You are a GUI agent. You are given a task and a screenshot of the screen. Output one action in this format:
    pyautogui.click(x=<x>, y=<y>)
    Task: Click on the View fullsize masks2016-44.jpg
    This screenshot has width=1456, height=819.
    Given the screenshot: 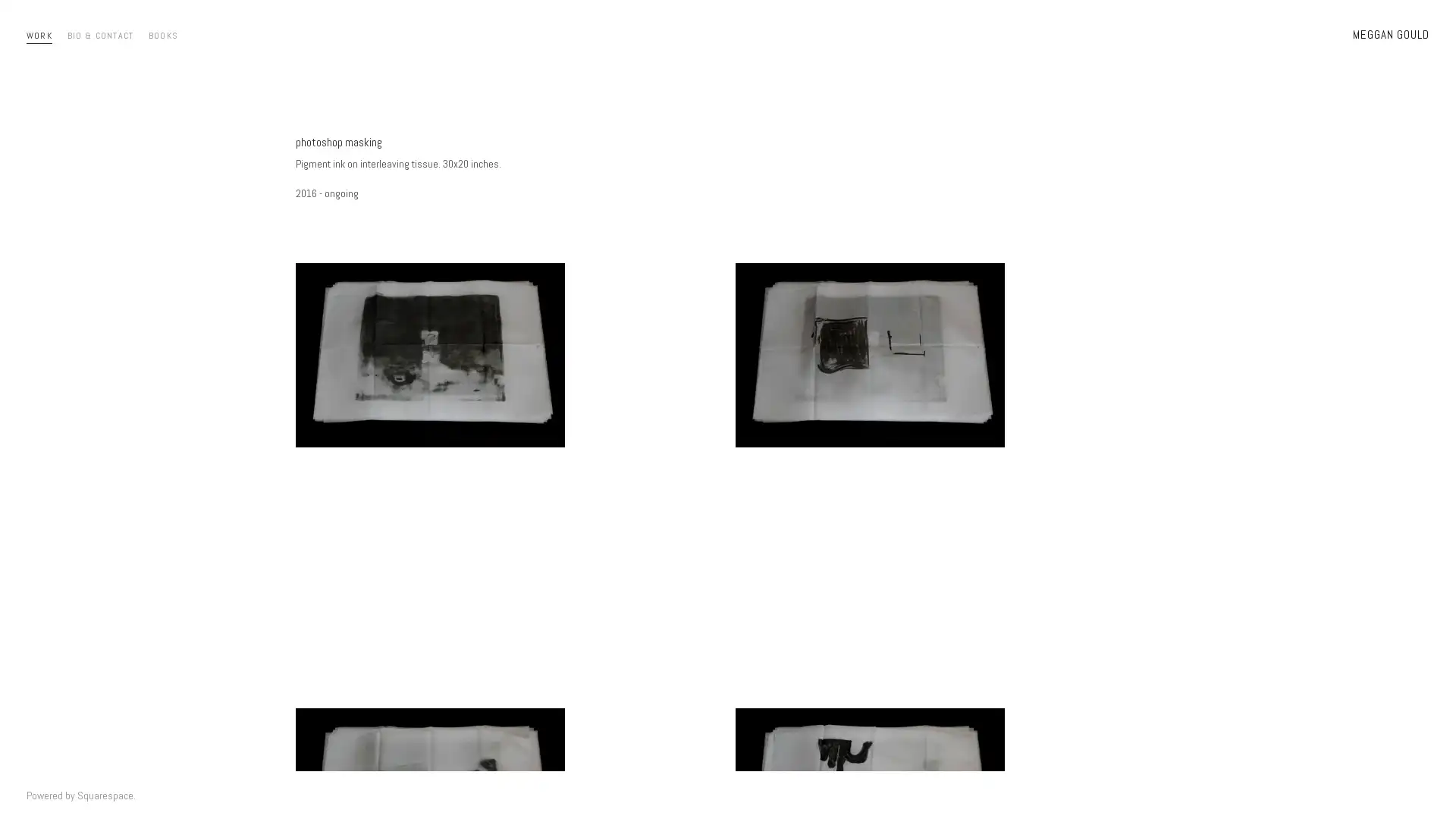 What is the action you would take?
    pyautogui.click(x=946, y=432)
    